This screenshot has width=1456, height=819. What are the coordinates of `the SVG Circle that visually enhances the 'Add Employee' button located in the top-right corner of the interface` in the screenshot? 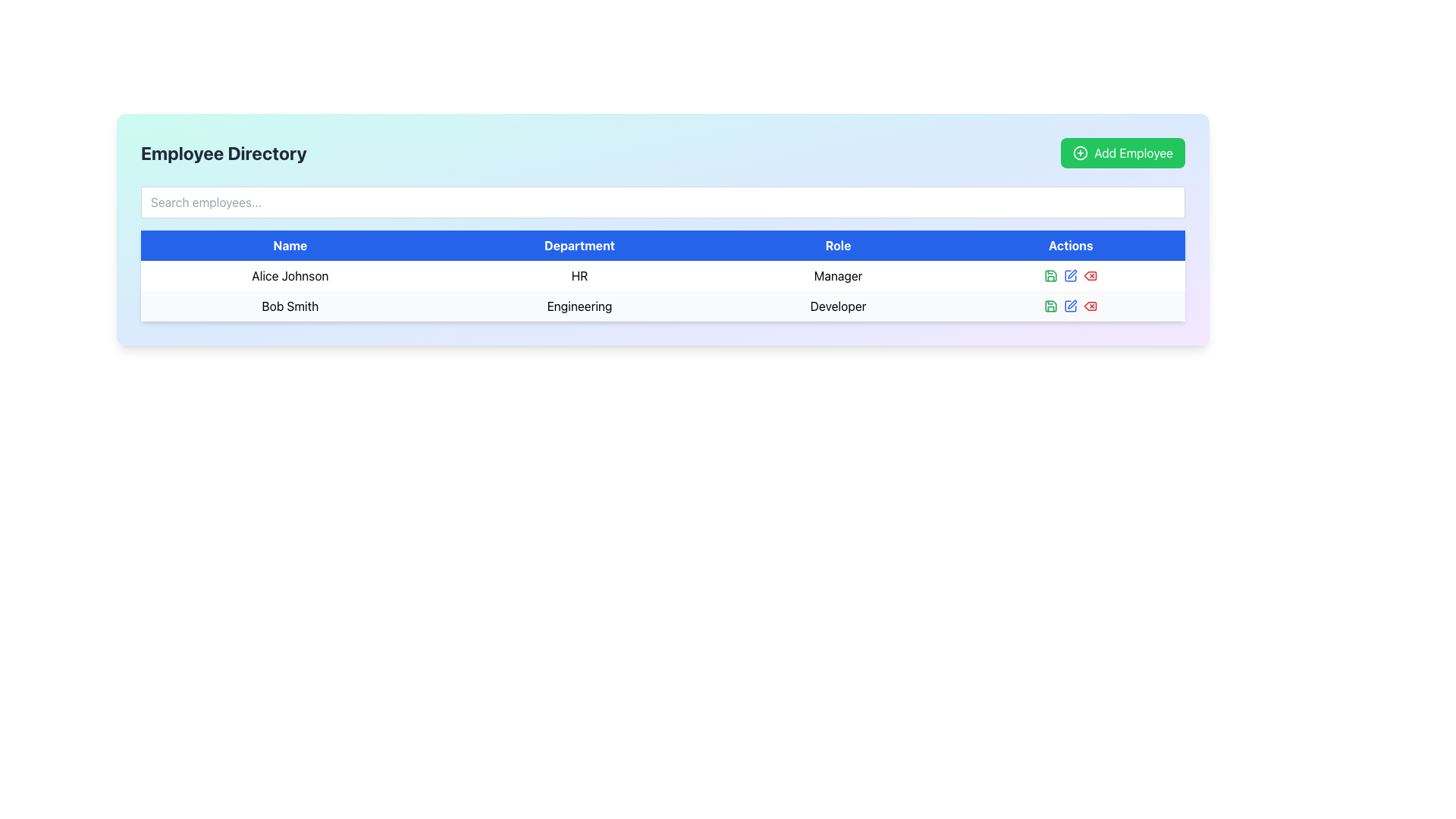 It's located at (1080, 152).